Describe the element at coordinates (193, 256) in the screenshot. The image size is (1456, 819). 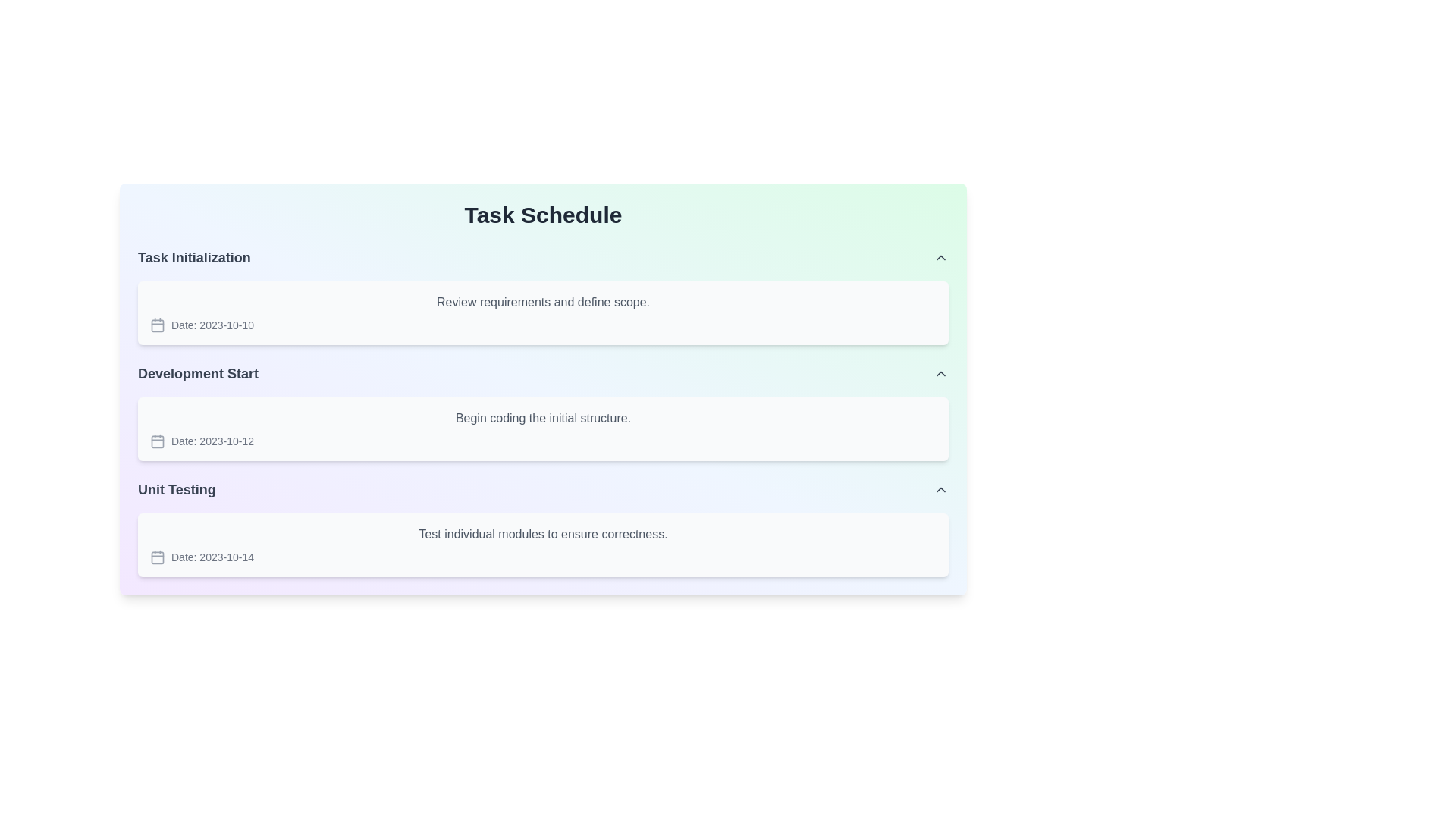
I see `the Text label that serves as the header for the 'Task Initialization' subsection by moving the cursor to its center point` at that location.